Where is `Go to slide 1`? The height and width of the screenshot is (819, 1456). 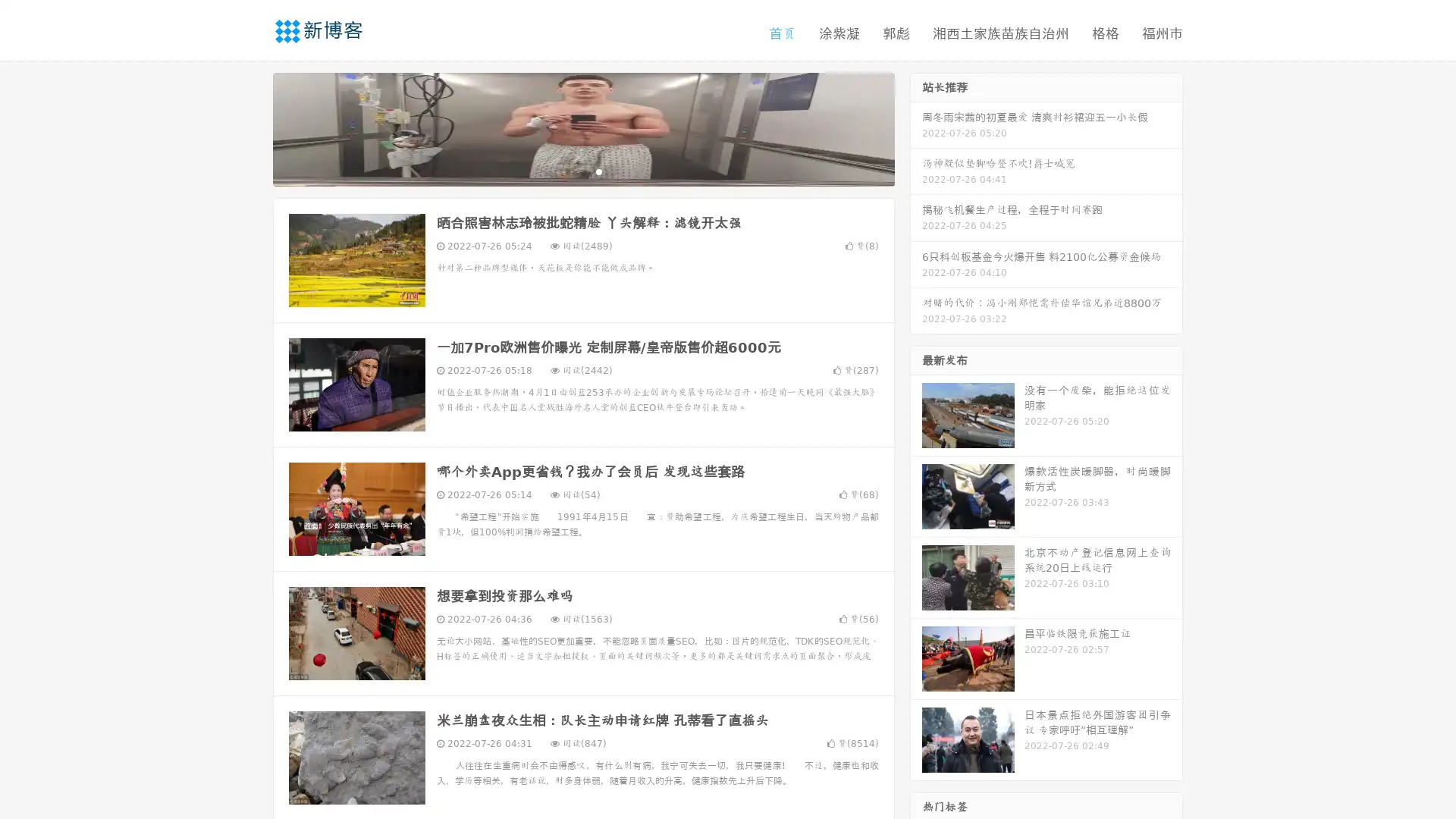 Go to slide 1 is located at coordinates (567, 171).